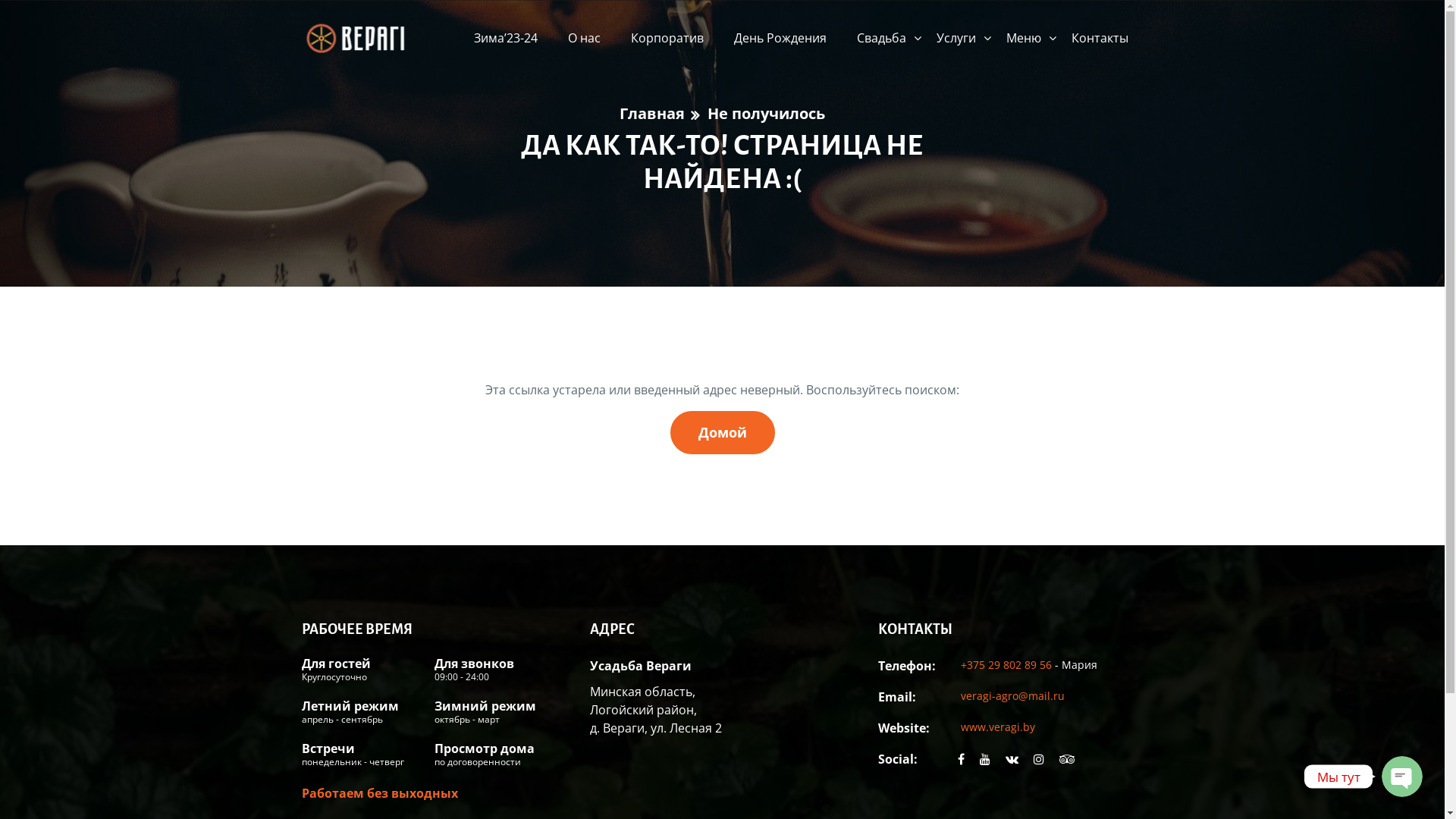 Image resolution: width=1456 pixels, height=819 pixels. I want to click on '+375 29 802 89 56', so click(1007, 663).